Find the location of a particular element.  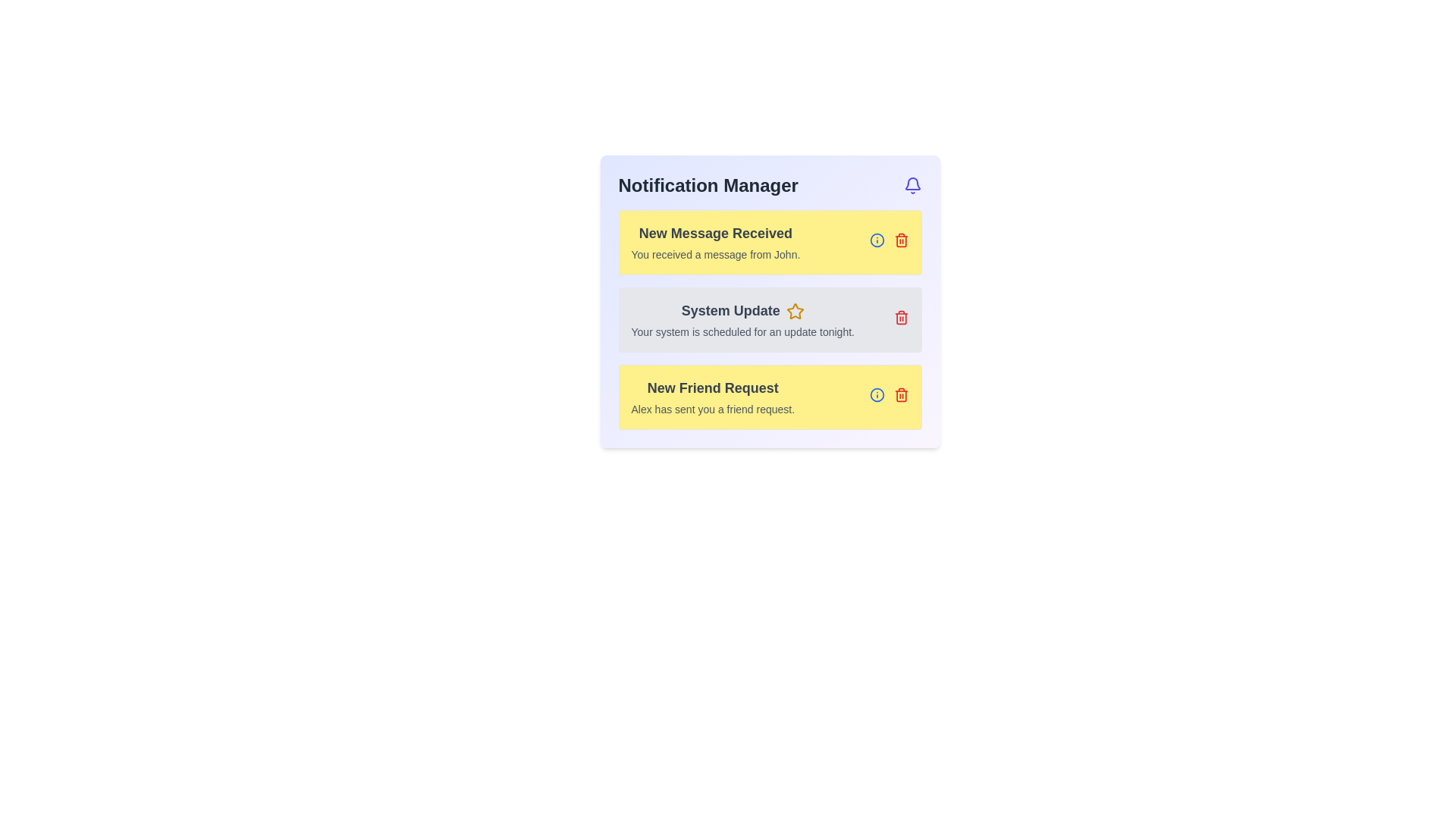

the third notification item styled with a yellow background and rounded corners that displays 'New Friend Request' is located at coordinates (770, 397).